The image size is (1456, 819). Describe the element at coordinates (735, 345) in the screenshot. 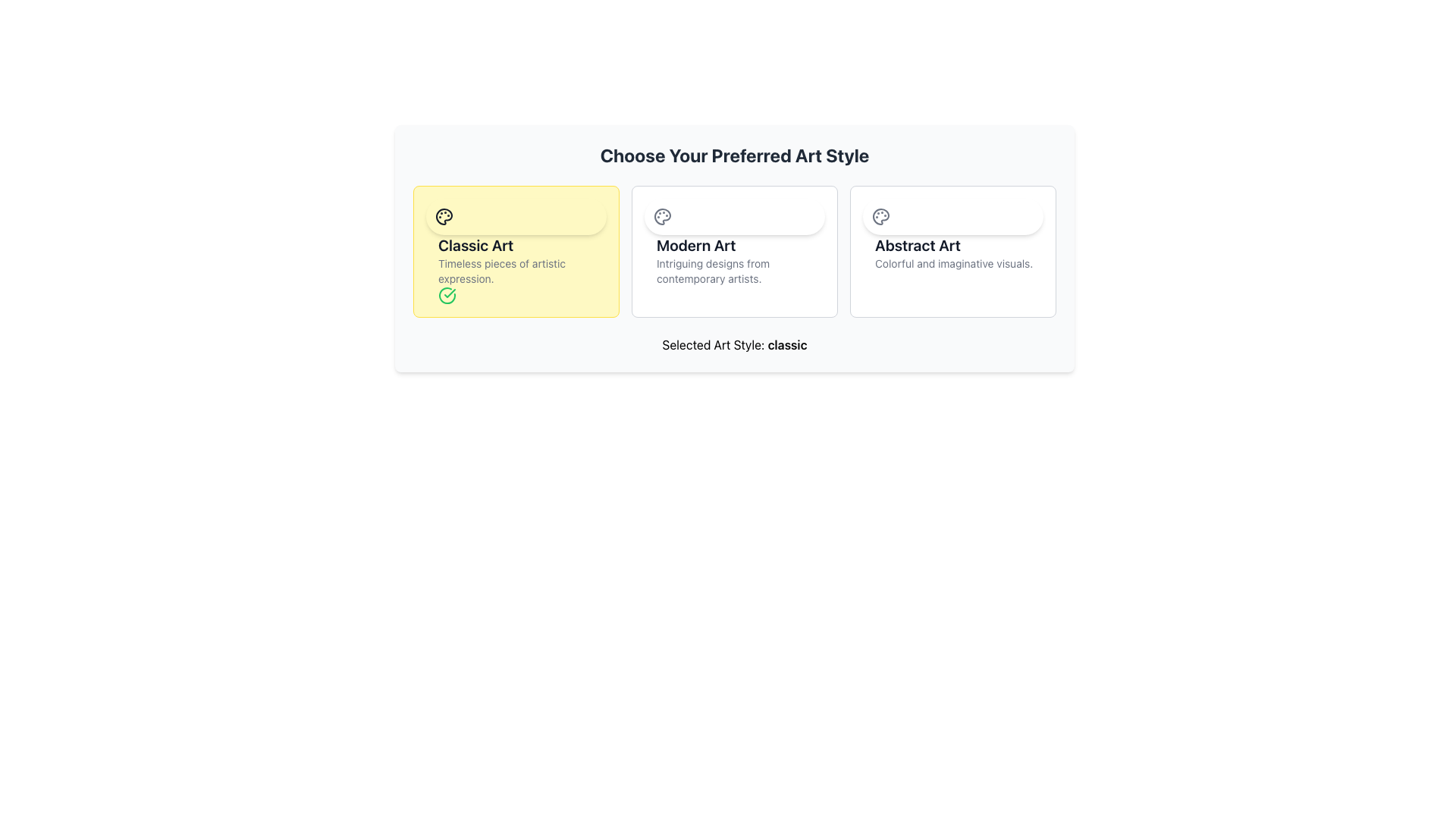

I see `displayed text 'Selected Art Style: classic' located centrally below the art style options to determine the selected art style` at that location.